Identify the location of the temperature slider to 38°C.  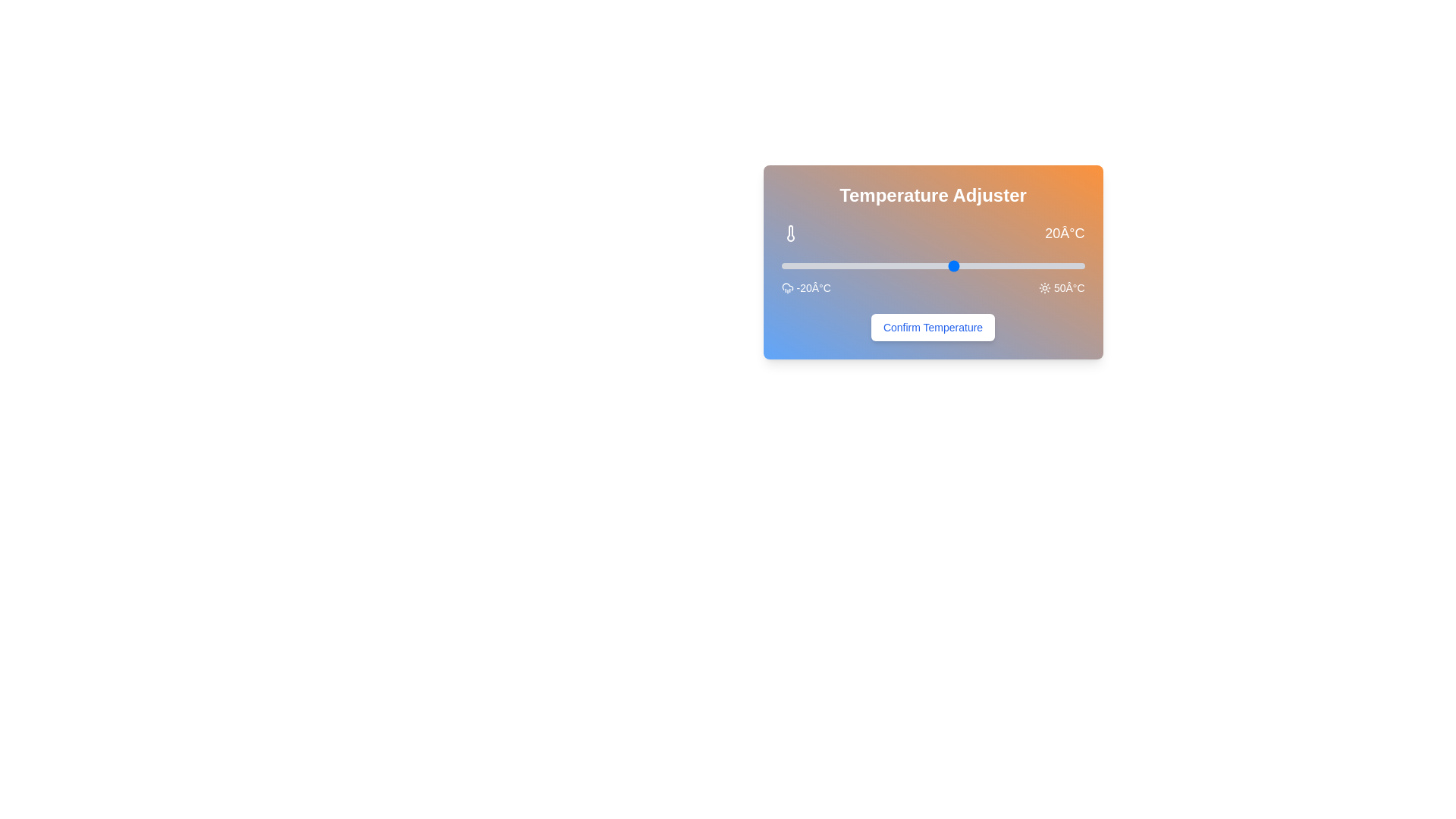
(1031, 265).